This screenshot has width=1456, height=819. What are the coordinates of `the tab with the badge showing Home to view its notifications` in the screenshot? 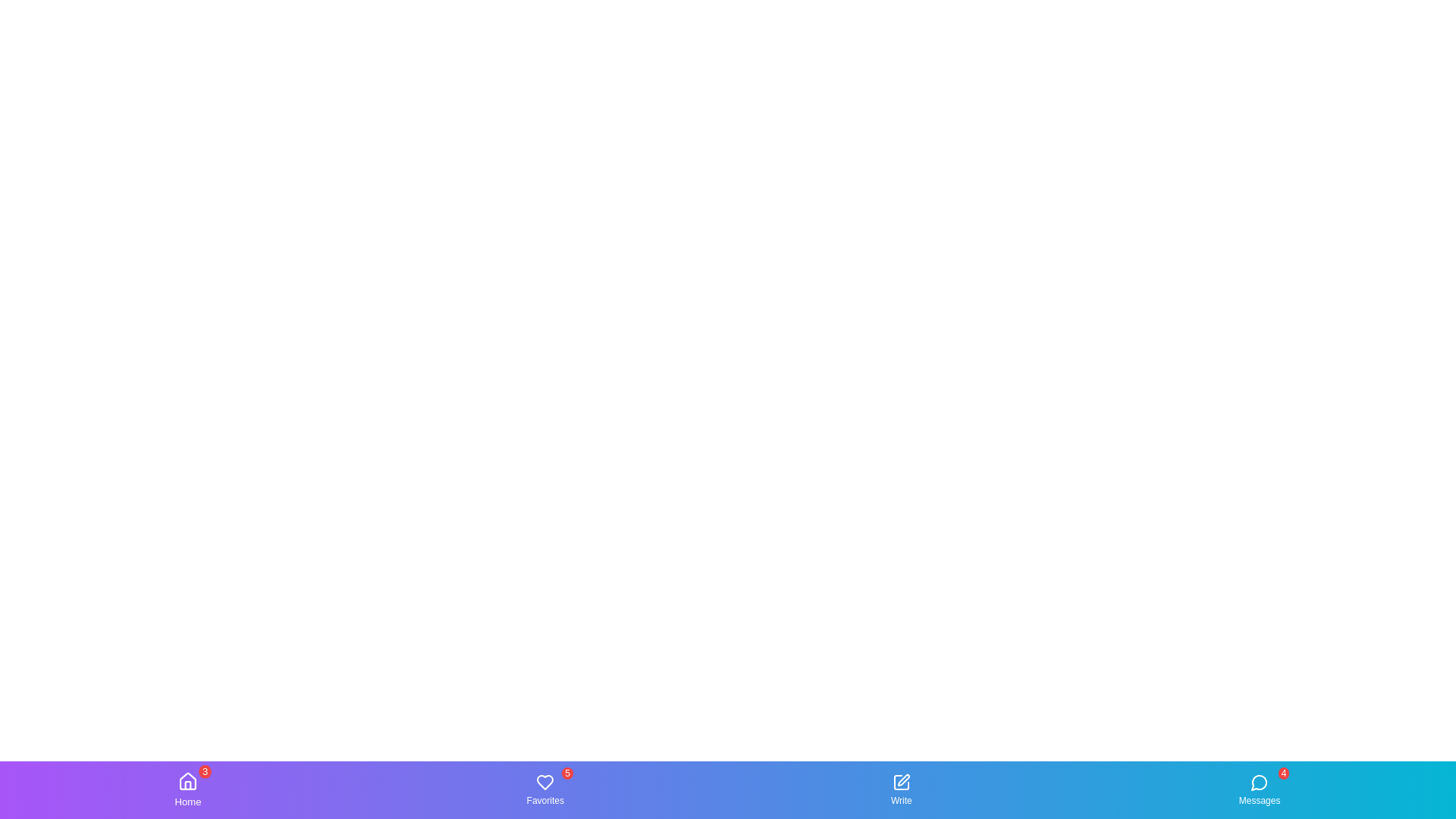 It's located at (187, 789).